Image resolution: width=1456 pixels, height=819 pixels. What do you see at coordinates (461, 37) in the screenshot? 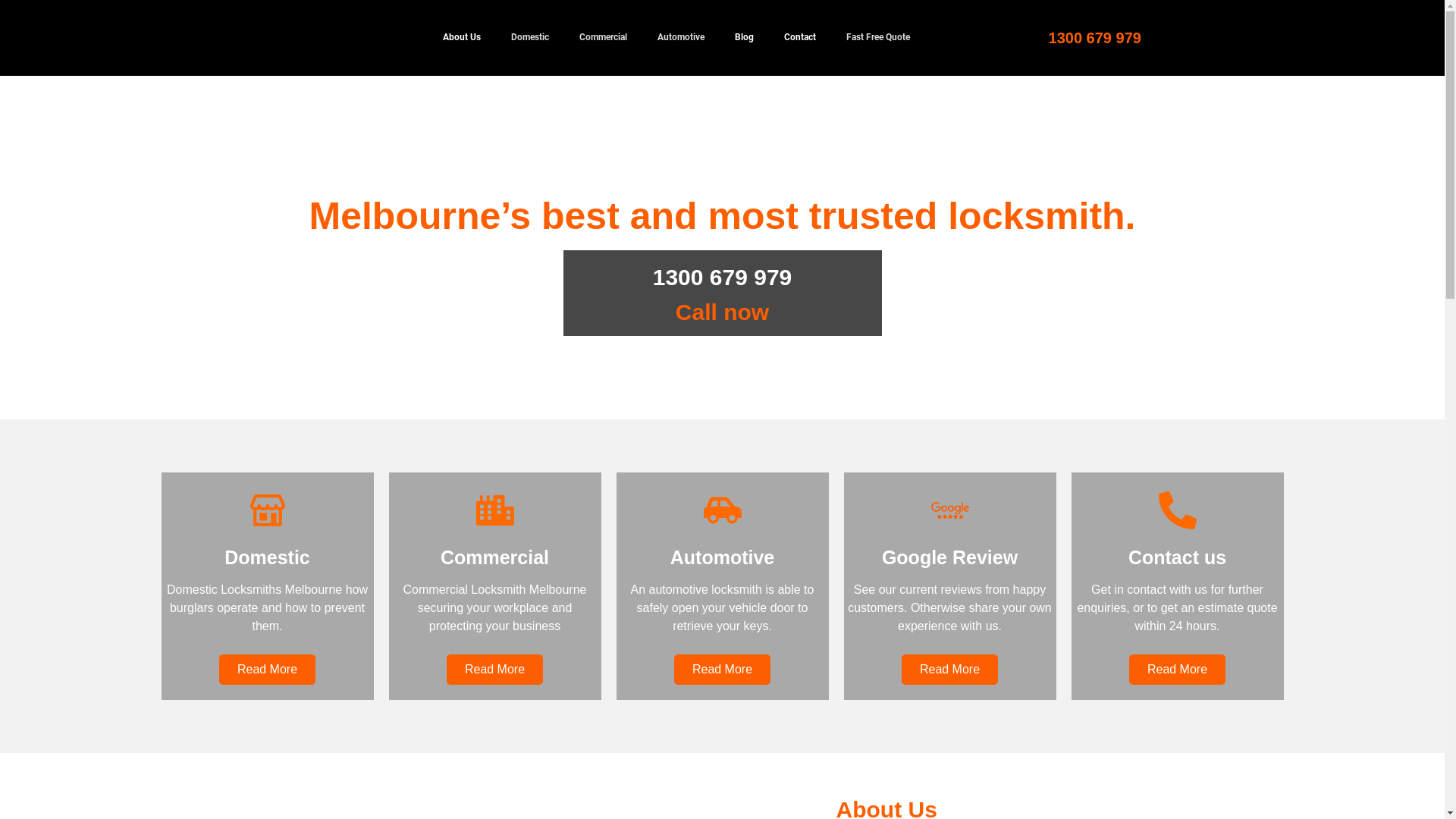
I see `'About Us'` at bounding box center [461, 37].